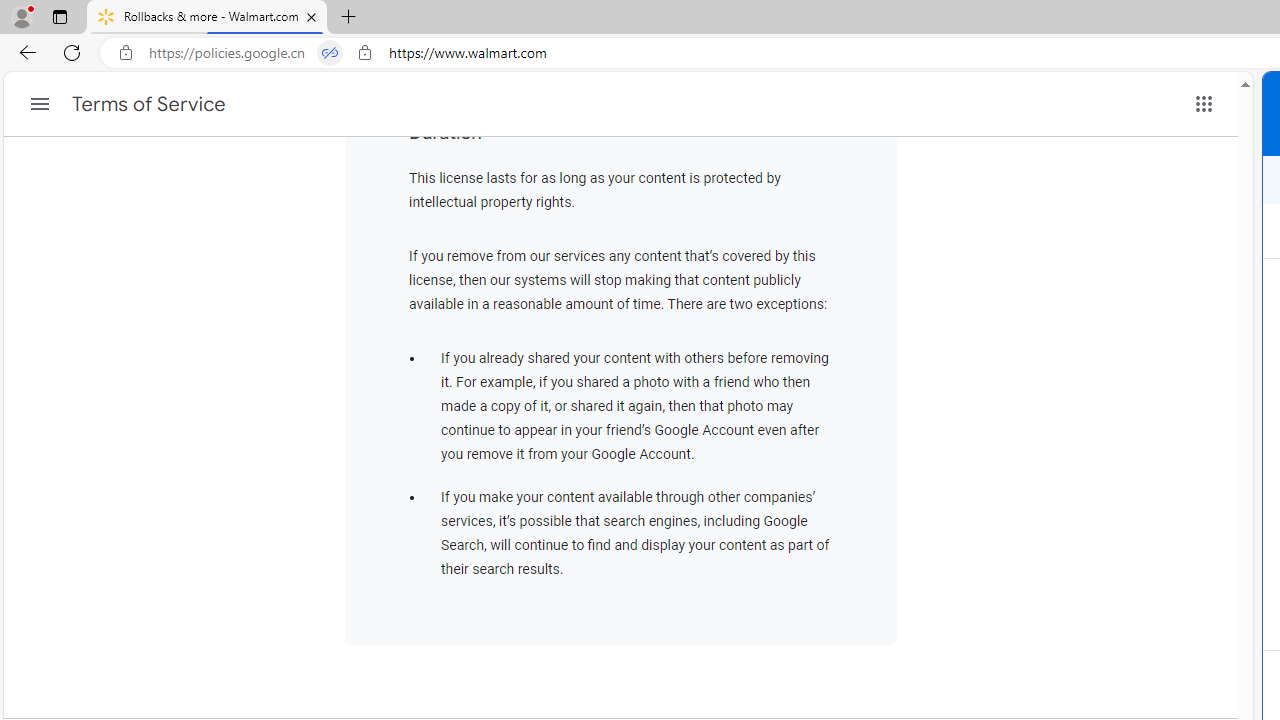  What do you see at coordinates (72, 51) in the screenshot?
I see `'Refresh'` at bounding box center [72, 51].